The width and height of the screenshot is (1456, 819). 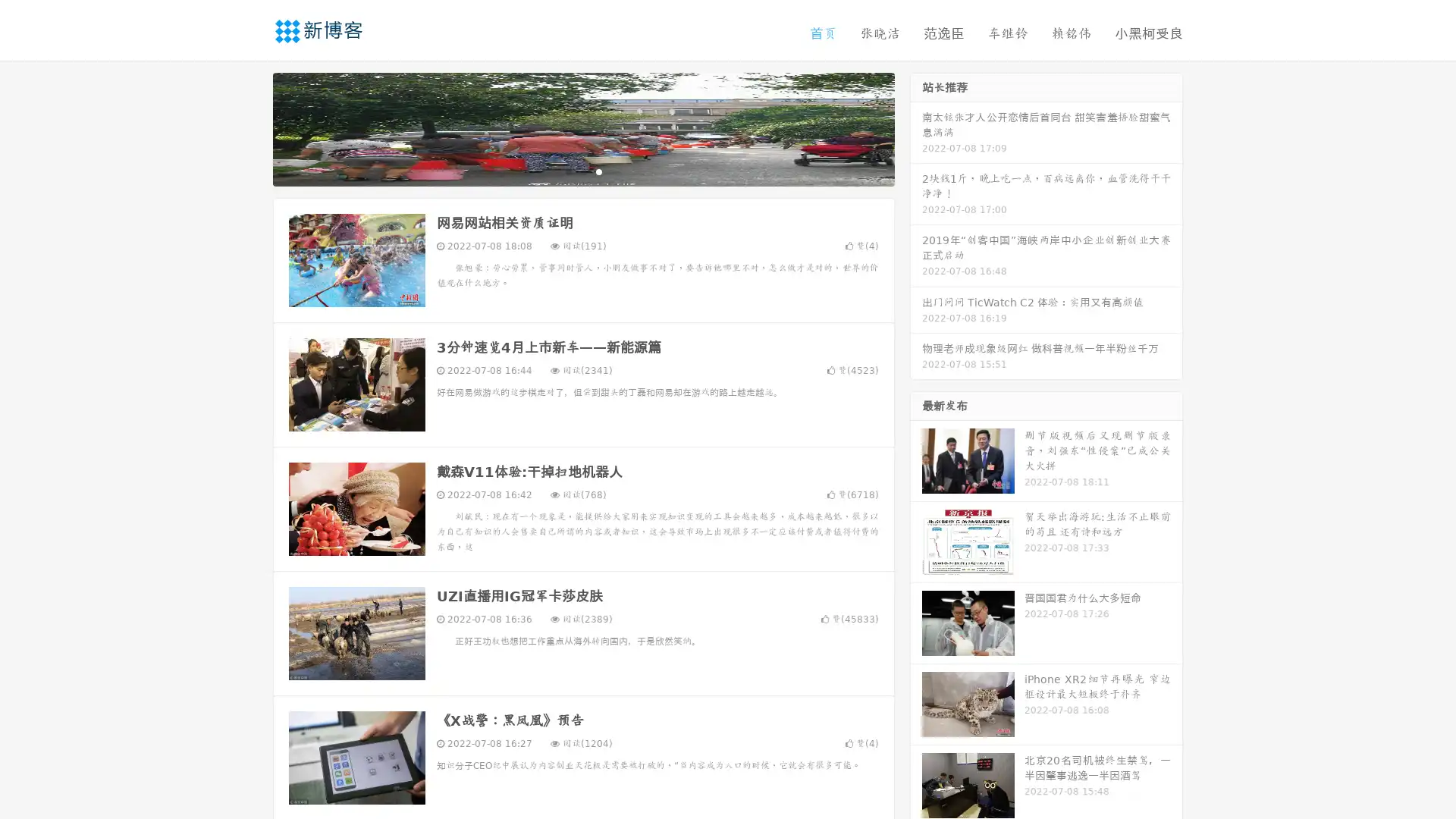 I want to click on Next slide, so click(x=916, y=127).